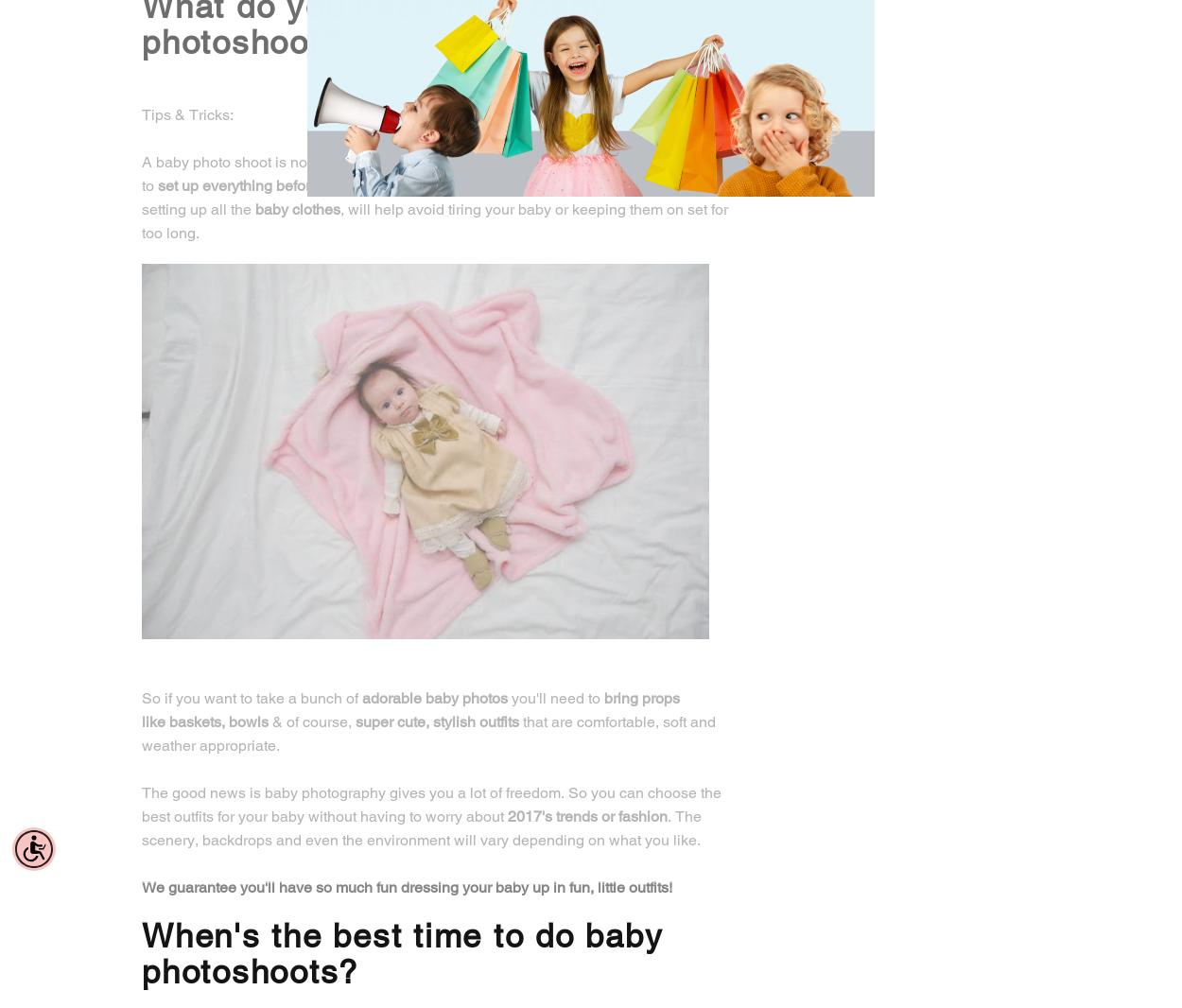 This screenshot has width=1182, height=1008. What do you see at coordinates (186, 113) in the screenshot?
I see `'Tips & Tricks:'` at bounding box center [186, 113].